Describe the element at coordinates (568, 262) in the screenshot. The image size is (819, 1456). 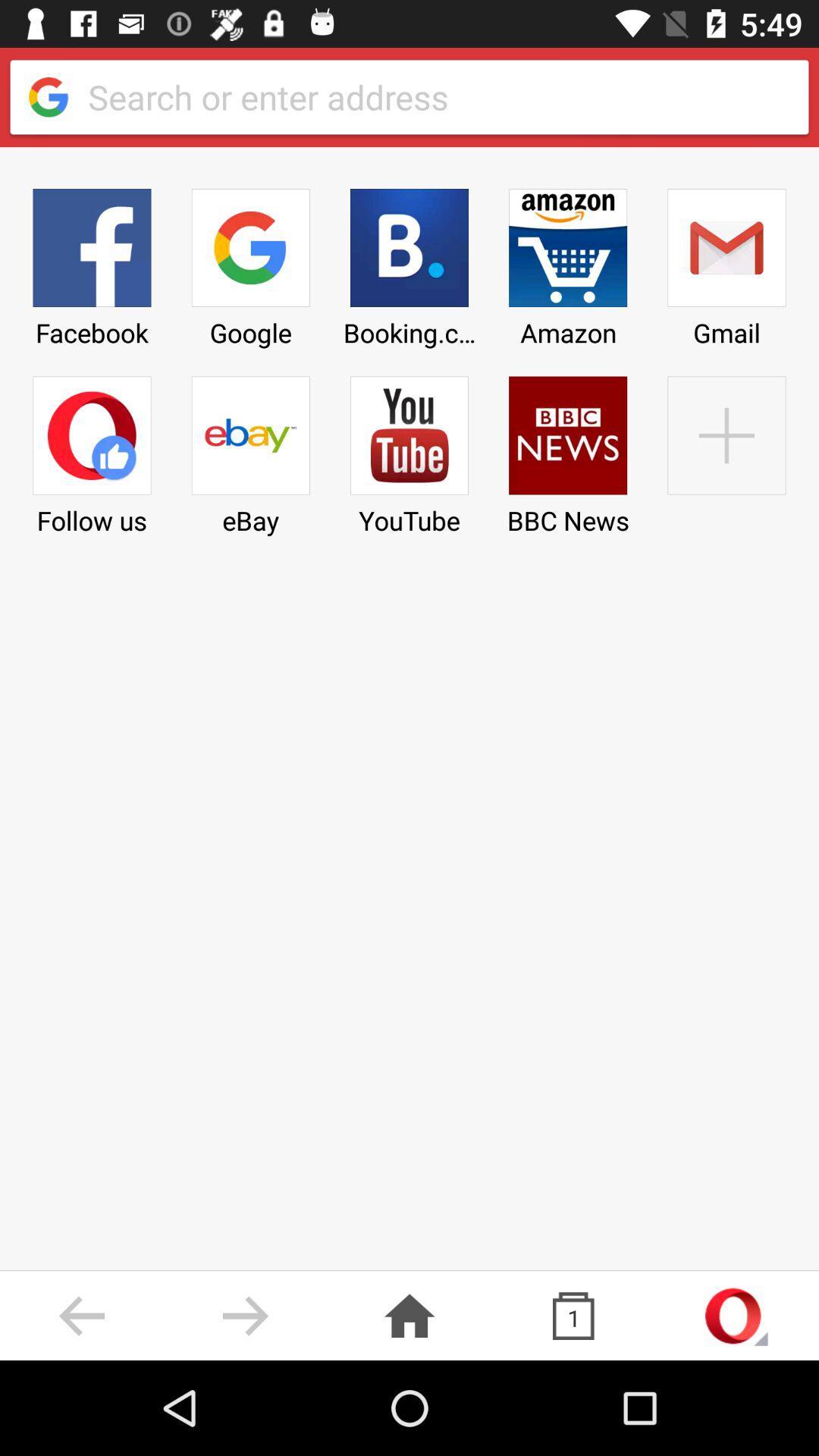
I see `the icon to the right of the booking.com icon` at that location.